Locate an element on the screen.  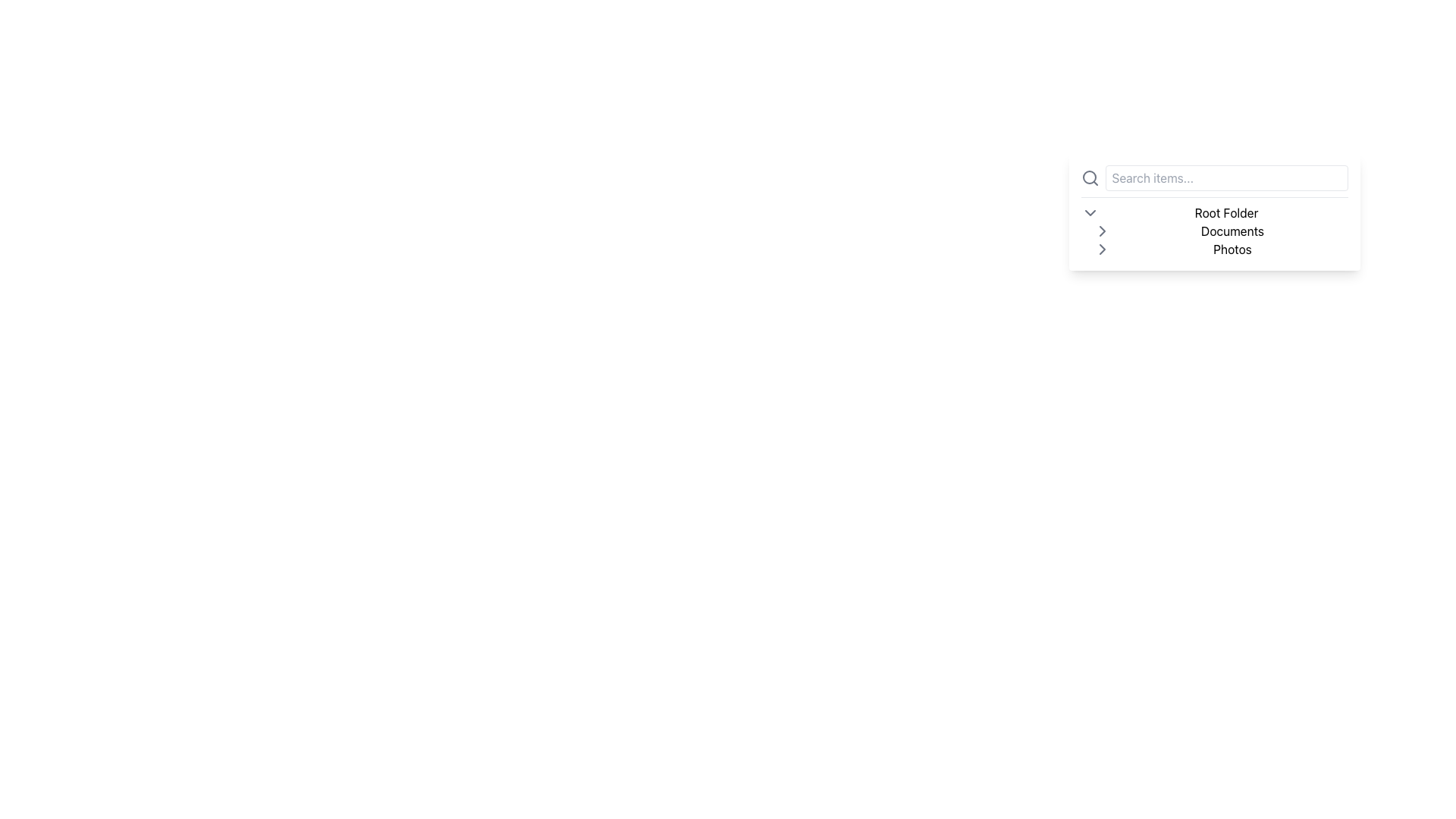
the right-facing chevron arrow icon adjacent to the 'Photos' folder label in the navigation tree is located at coordinates (1102, 231).